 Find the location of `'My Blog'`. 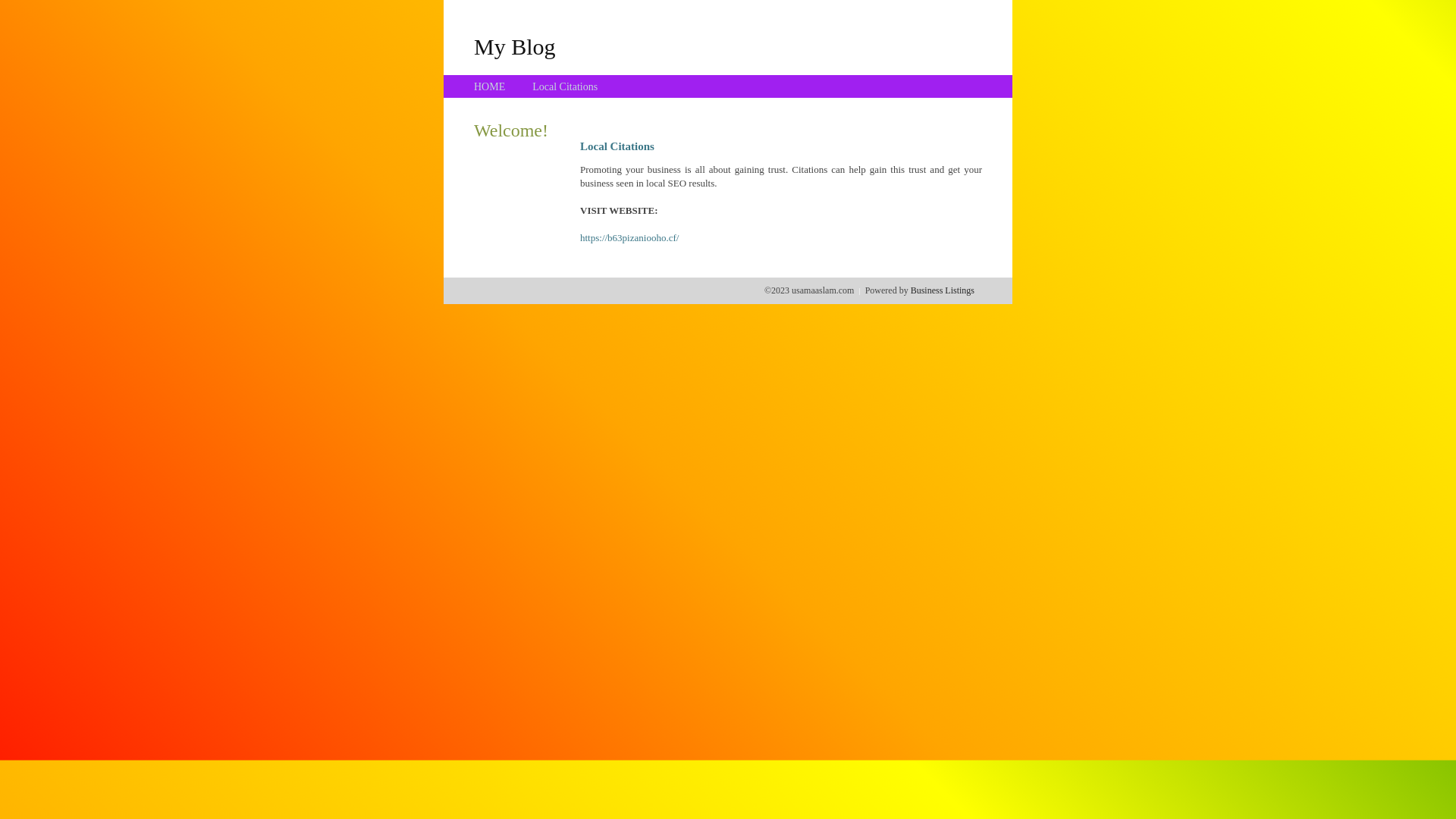

'My Blog' is located at coordinates (514, 45).